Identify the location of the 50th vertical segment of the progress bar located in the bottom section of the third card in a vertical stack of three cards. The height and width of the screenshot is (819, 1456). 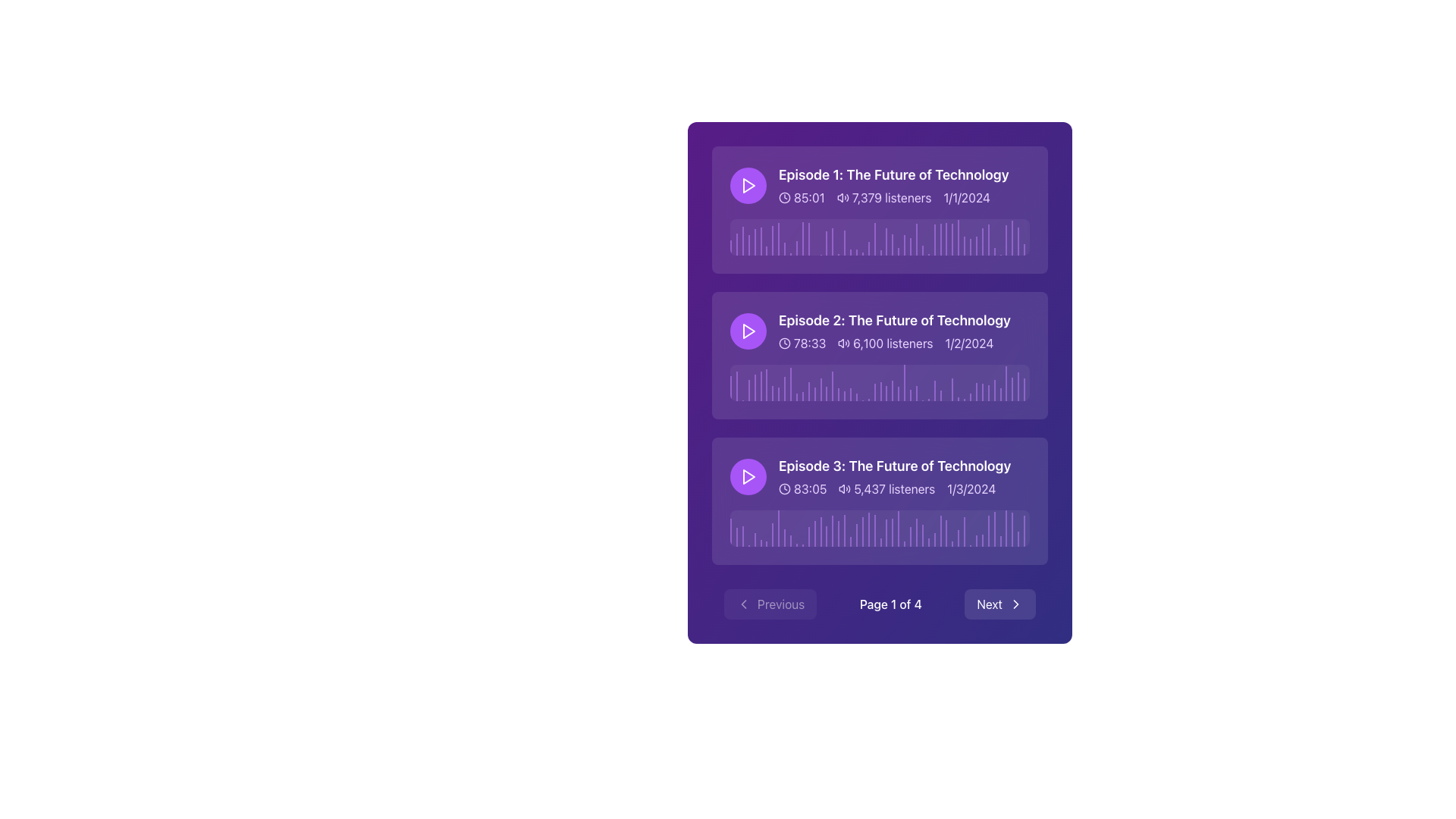
(1012, 529).